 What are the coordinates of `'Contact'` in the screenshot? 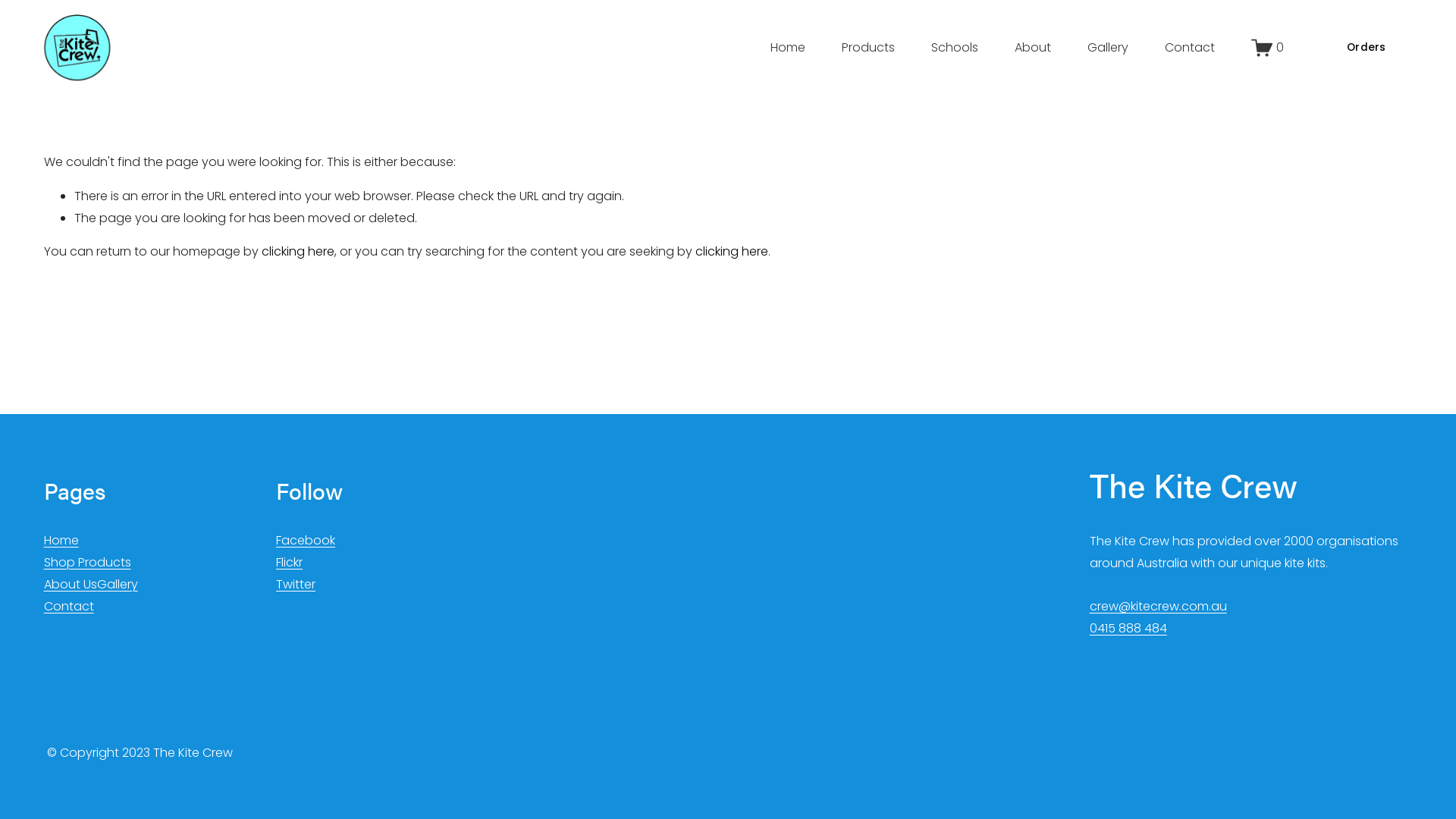 It's located at (1189, 46).